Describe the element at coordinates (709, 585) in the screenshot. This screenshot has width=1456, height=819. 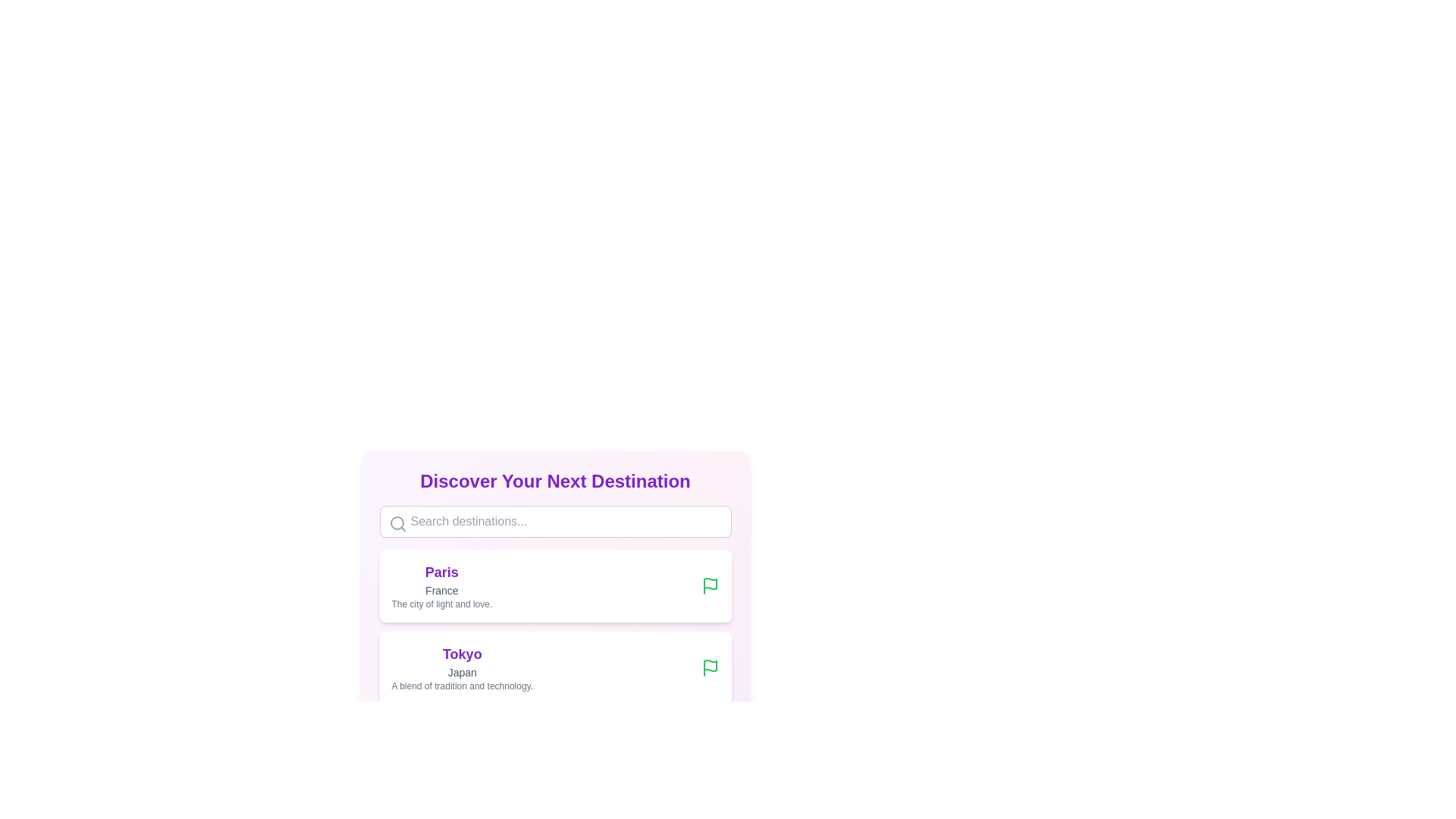
I see `the flag icon located in the top-right area of the 'Paris' card, which indicates relevance or marks it as a favorite` at that location.